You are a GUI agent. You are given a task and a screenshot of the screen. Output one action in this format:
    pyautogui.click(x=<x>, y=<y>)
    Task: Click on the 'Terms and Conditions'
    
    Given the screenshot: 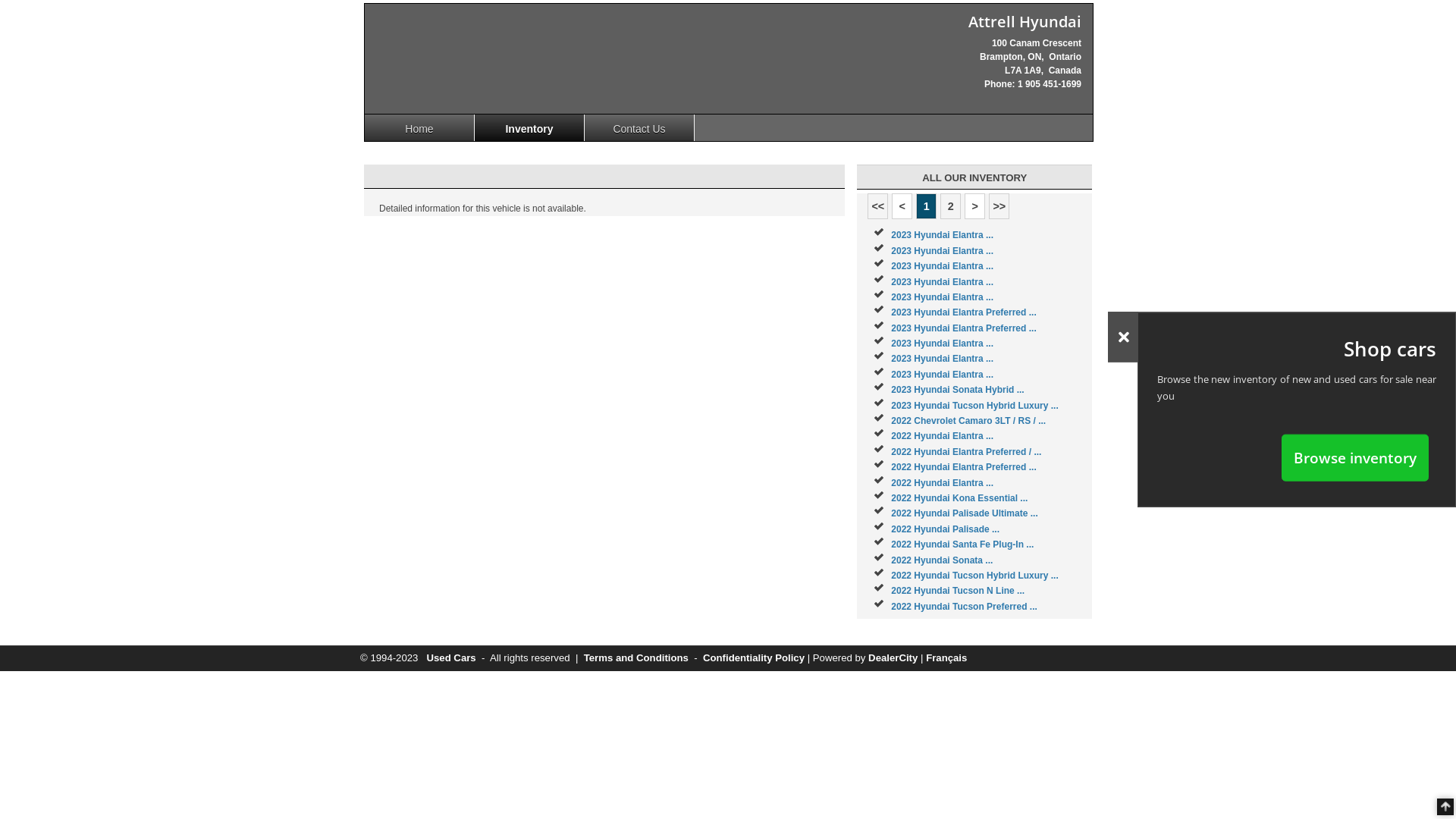 What is the action you would take?
    pyautogui.click(x=636, y=657)
    